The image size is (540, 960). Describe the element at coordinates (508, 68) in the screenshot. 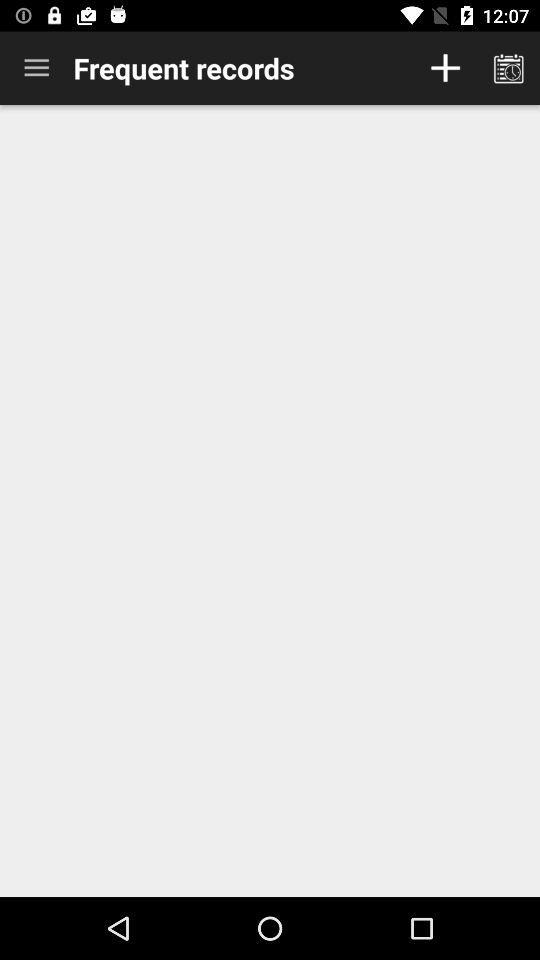

I see `open calendar` at that location.